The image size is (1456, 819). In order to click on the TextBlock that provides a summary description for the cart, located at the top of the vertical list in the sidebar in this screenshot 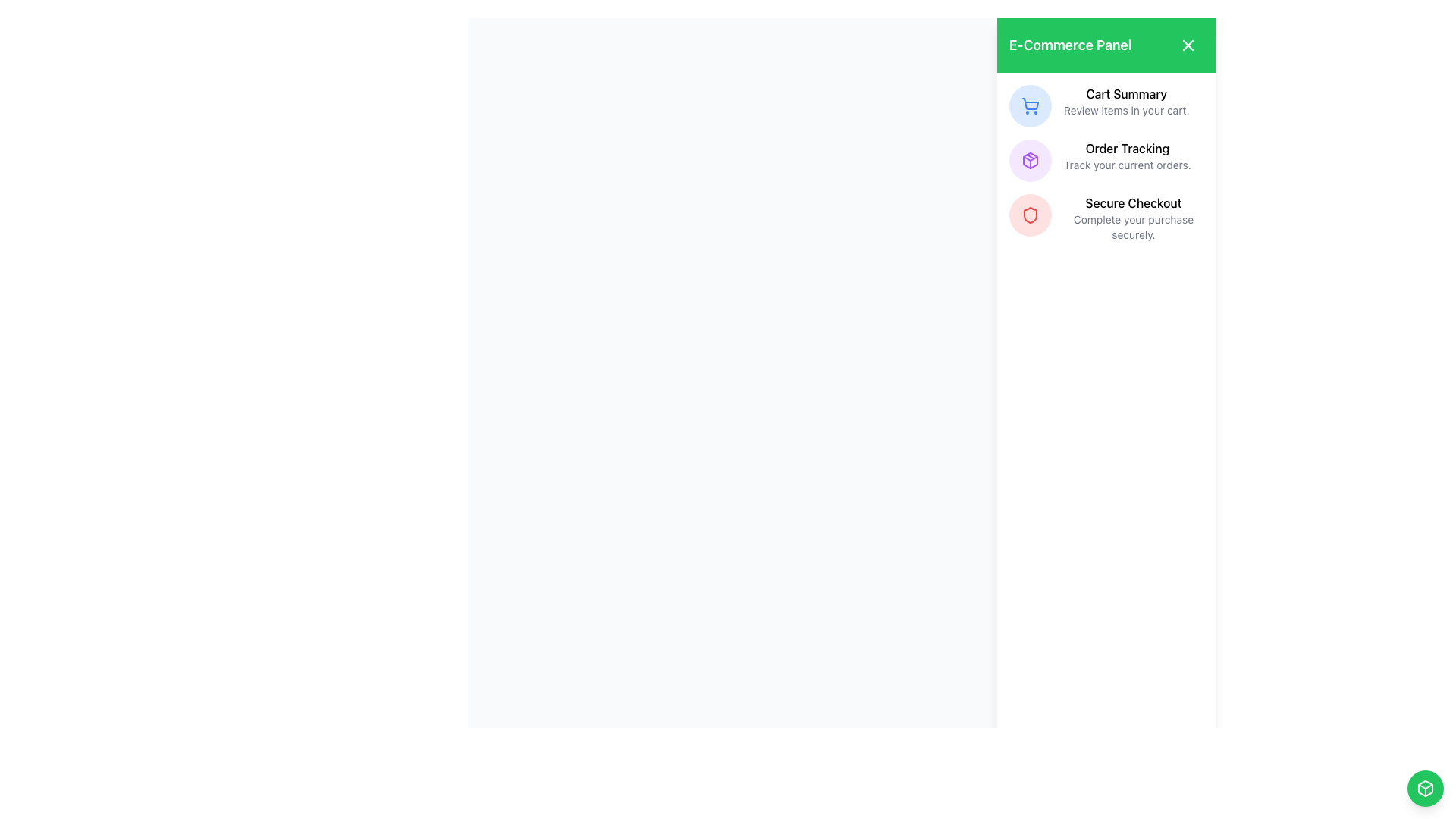, I will do `click(1126, 102)`.